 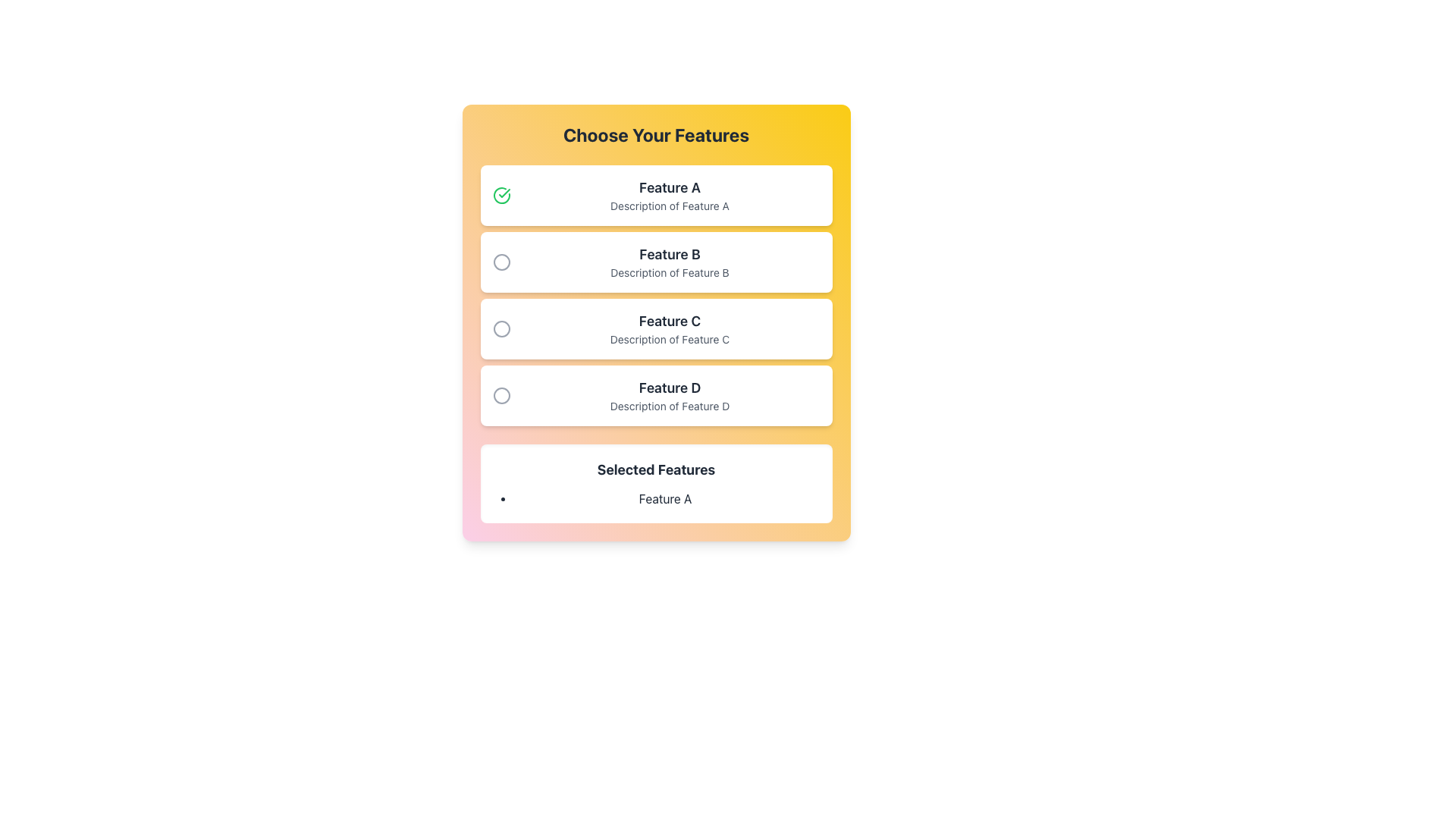 I want to click on the inner circle of the radio button representing 'Feature B', so click(x=501, y=262).